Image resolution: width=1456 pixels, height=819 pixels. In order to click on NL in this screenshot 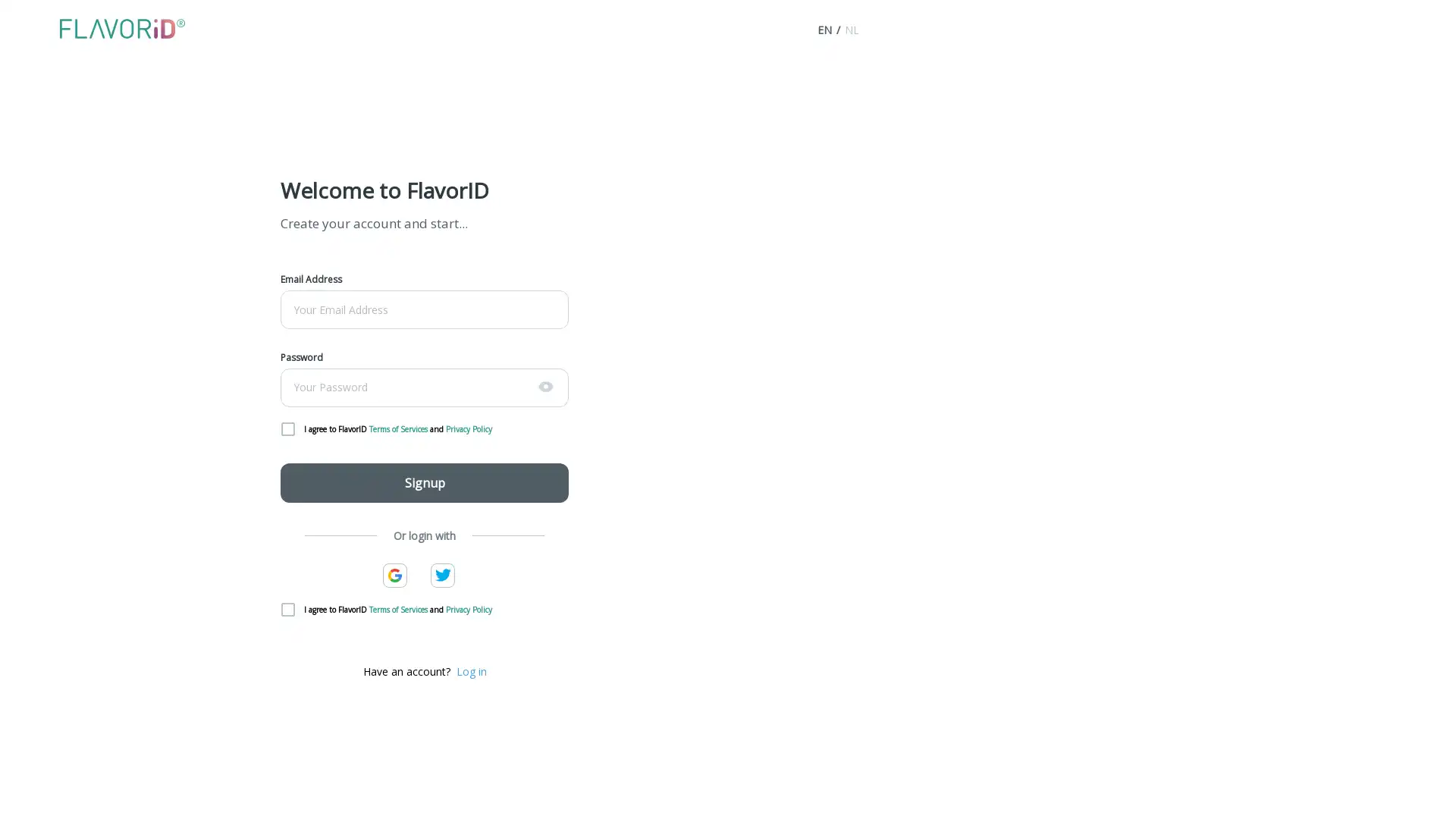, I will do `click(851, 30)`.